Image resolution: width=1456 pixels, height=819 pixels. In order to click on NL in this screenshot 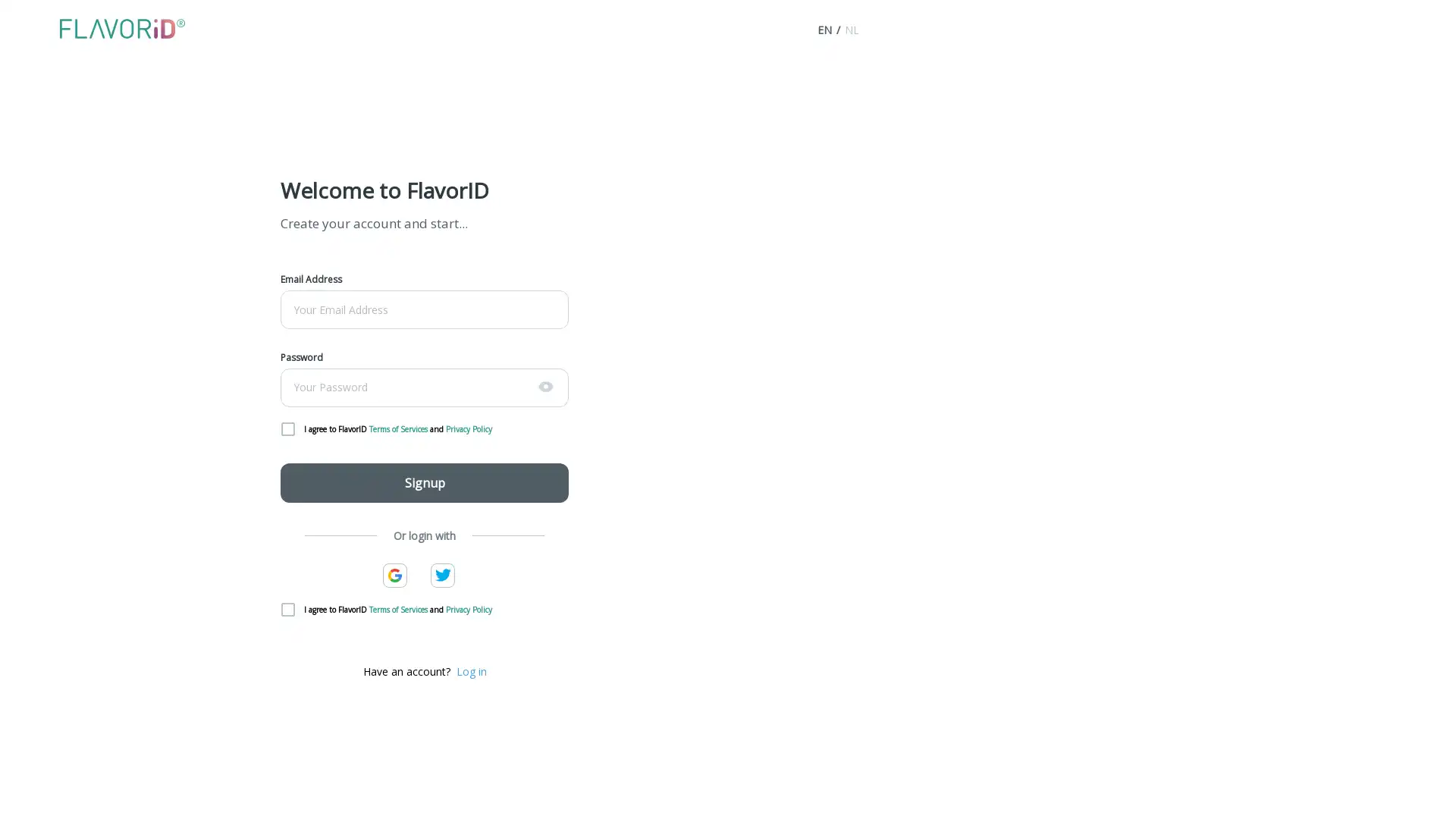, I will do `click(851, 30)`.